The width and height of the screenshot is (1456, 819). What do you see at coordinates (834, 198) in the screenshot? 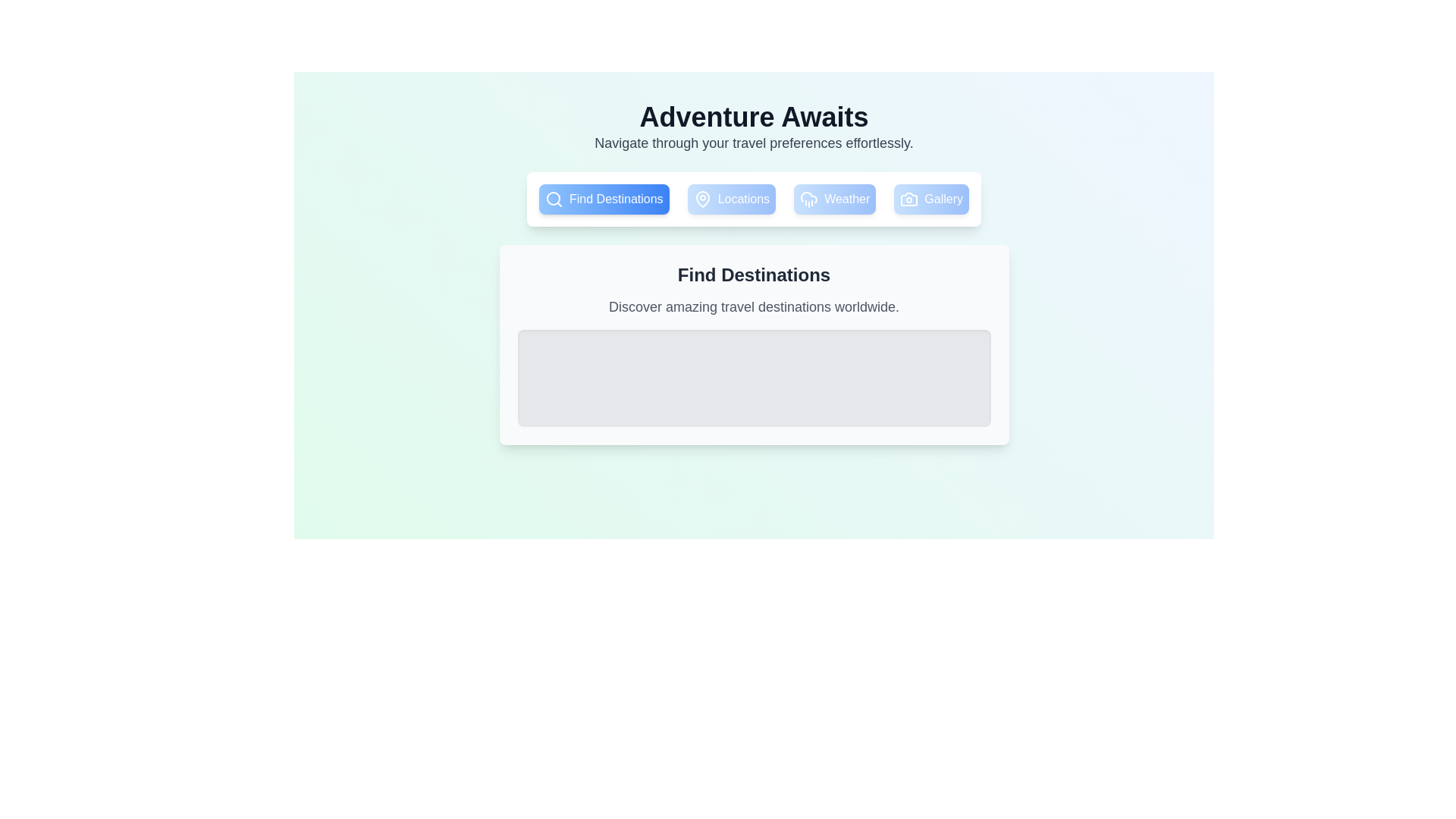
I see `the tab labeled Weather` at bounding box center [834, 198].